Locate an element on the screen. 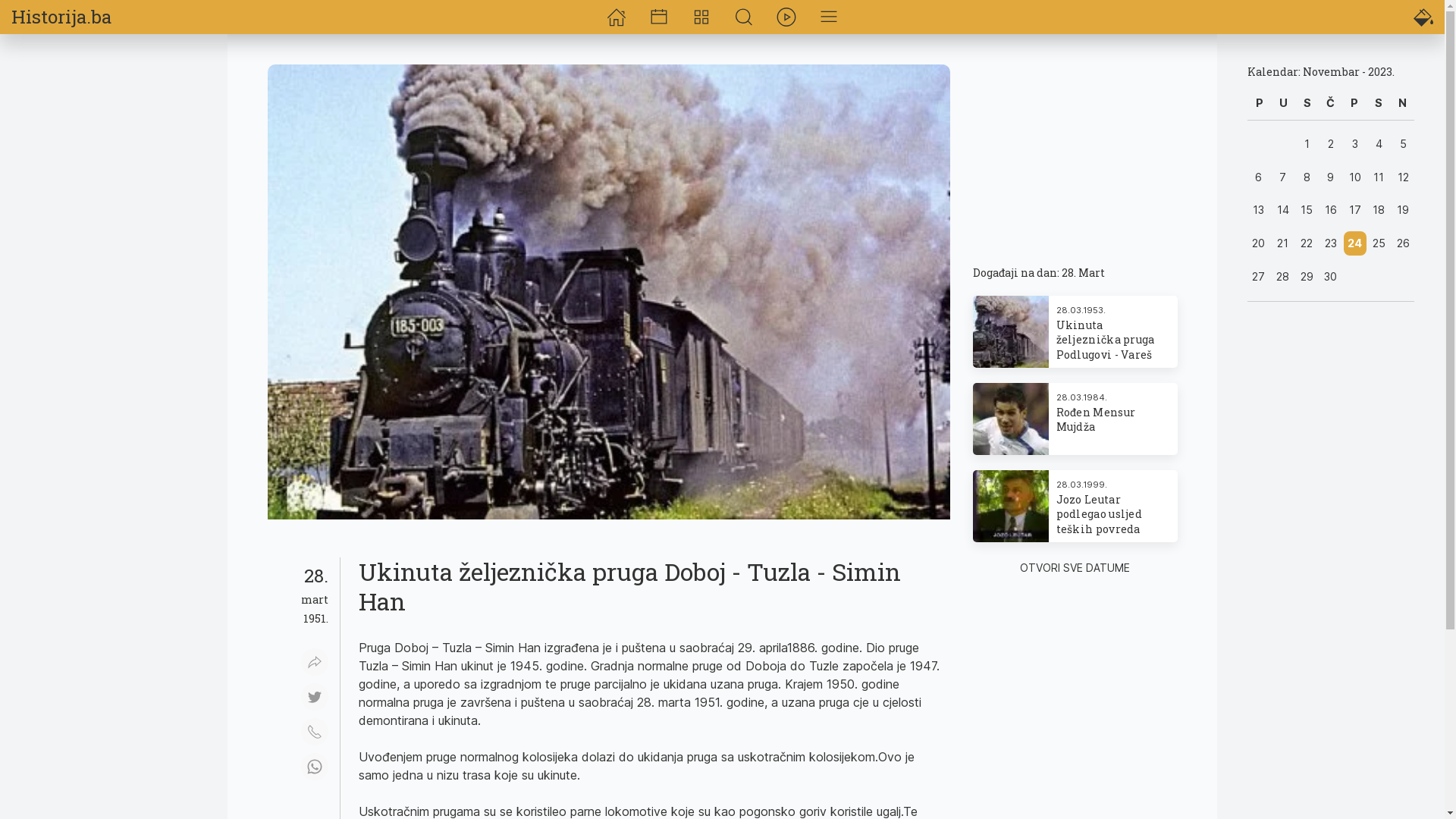 The width and height of the screenshot is (1456, 819). '16' is located at coordinates (1330, 210).